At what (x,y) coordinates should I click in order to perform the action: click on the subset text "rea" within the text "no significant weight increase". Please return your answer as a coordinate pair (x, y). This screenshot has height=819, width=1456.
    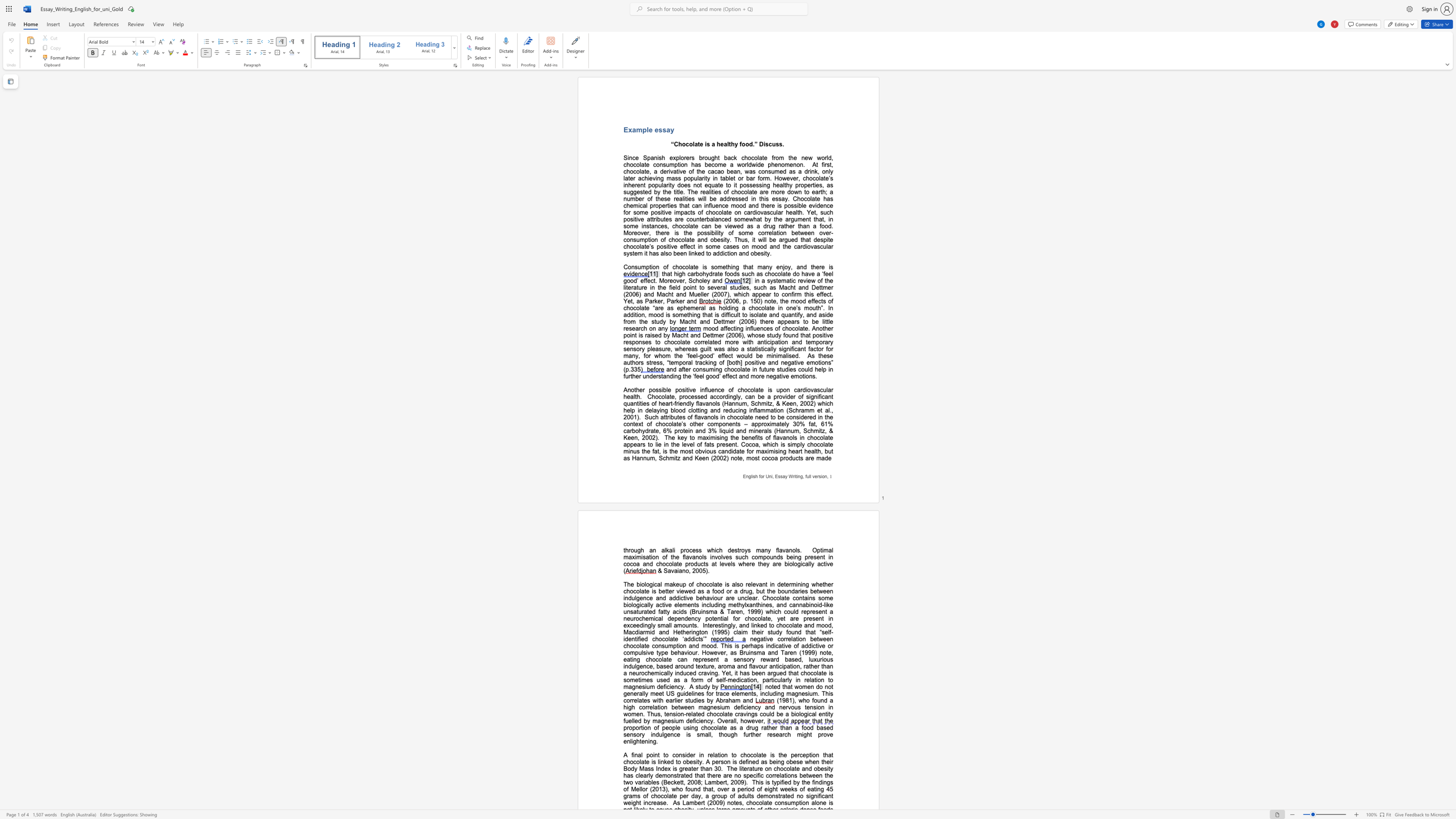
    Looking at the image, I should click on (650, 802).